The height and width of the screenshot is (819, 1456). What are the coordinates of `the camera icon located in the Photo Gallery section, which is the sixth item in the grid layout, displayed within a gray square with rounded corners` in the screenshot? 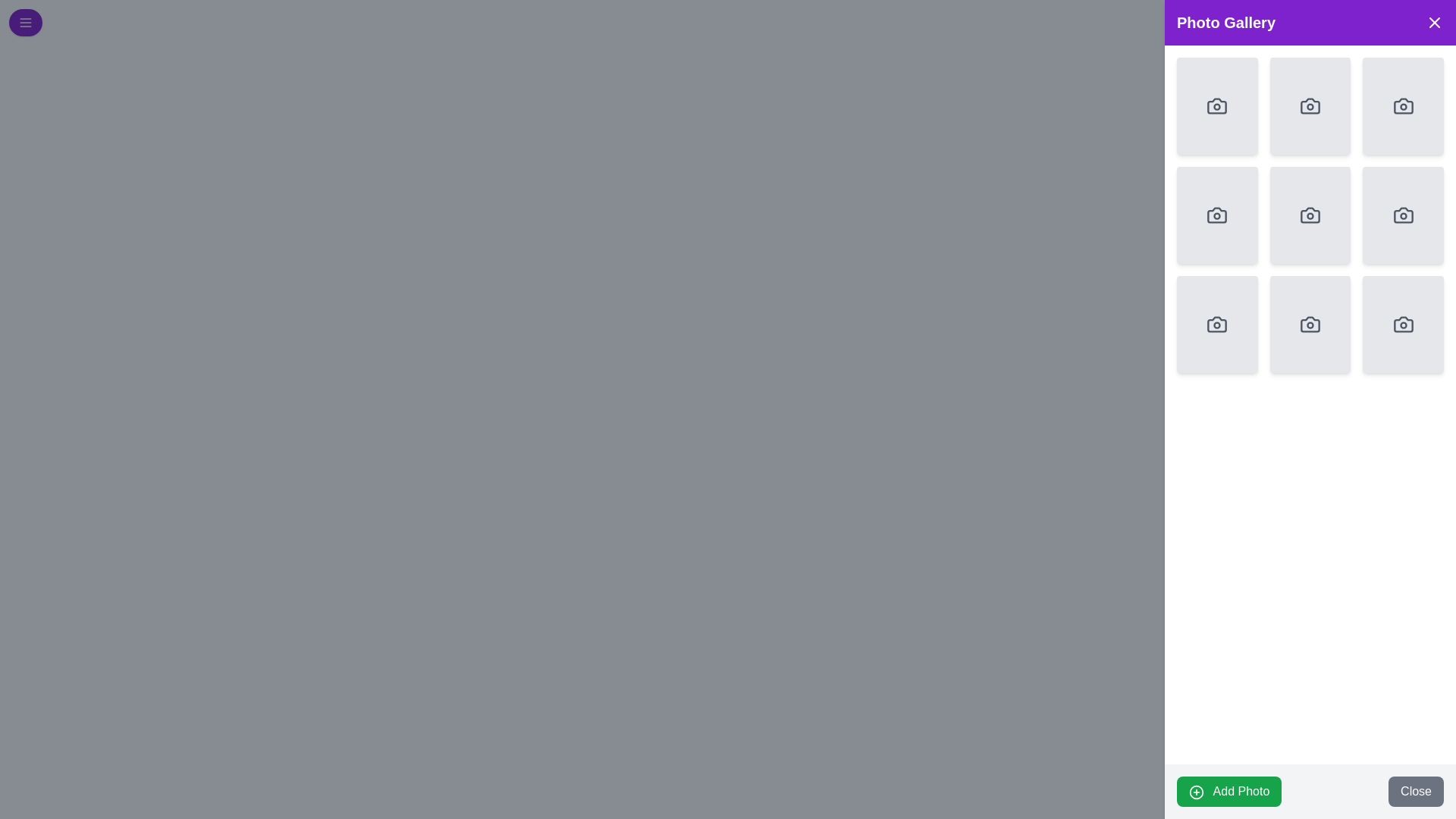 It's located at (1402, 215).